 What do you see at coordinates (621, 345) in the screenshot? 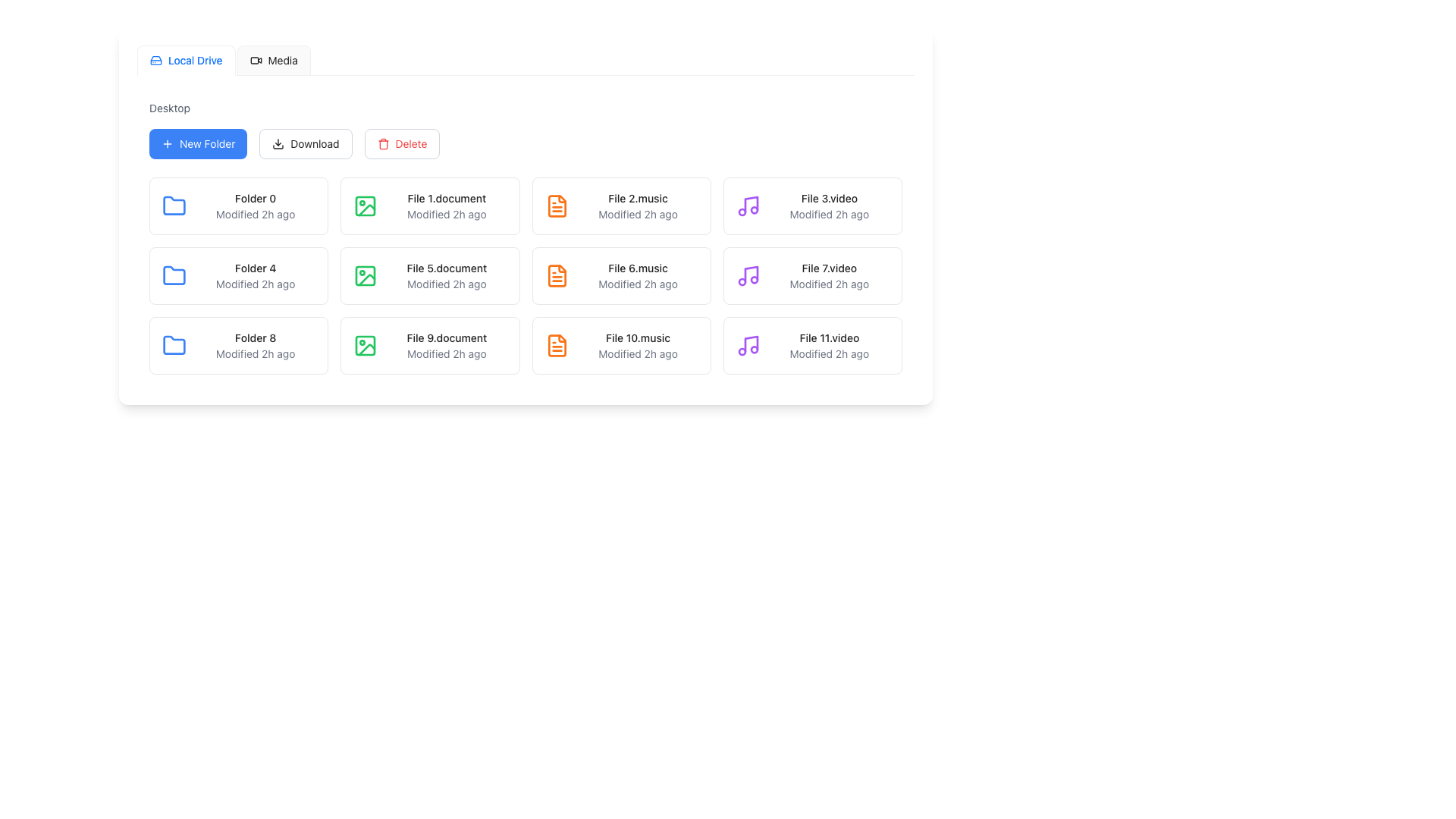
I see `the selectable item representing the file named 'File 10.music', which is the eighth item in the grid layout located in the fourth column of the third row` at bounding box center [621, 345].